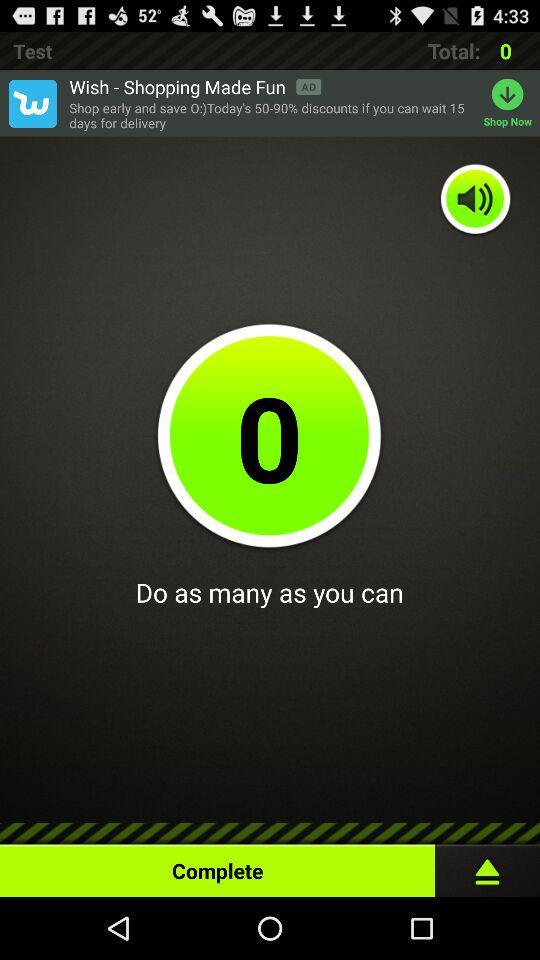 The height and width of the screenshot is (960, 540). What do you see at coordinates (486, 865) in the screenshot?
I see `start task` at bounding box center [486, 865].